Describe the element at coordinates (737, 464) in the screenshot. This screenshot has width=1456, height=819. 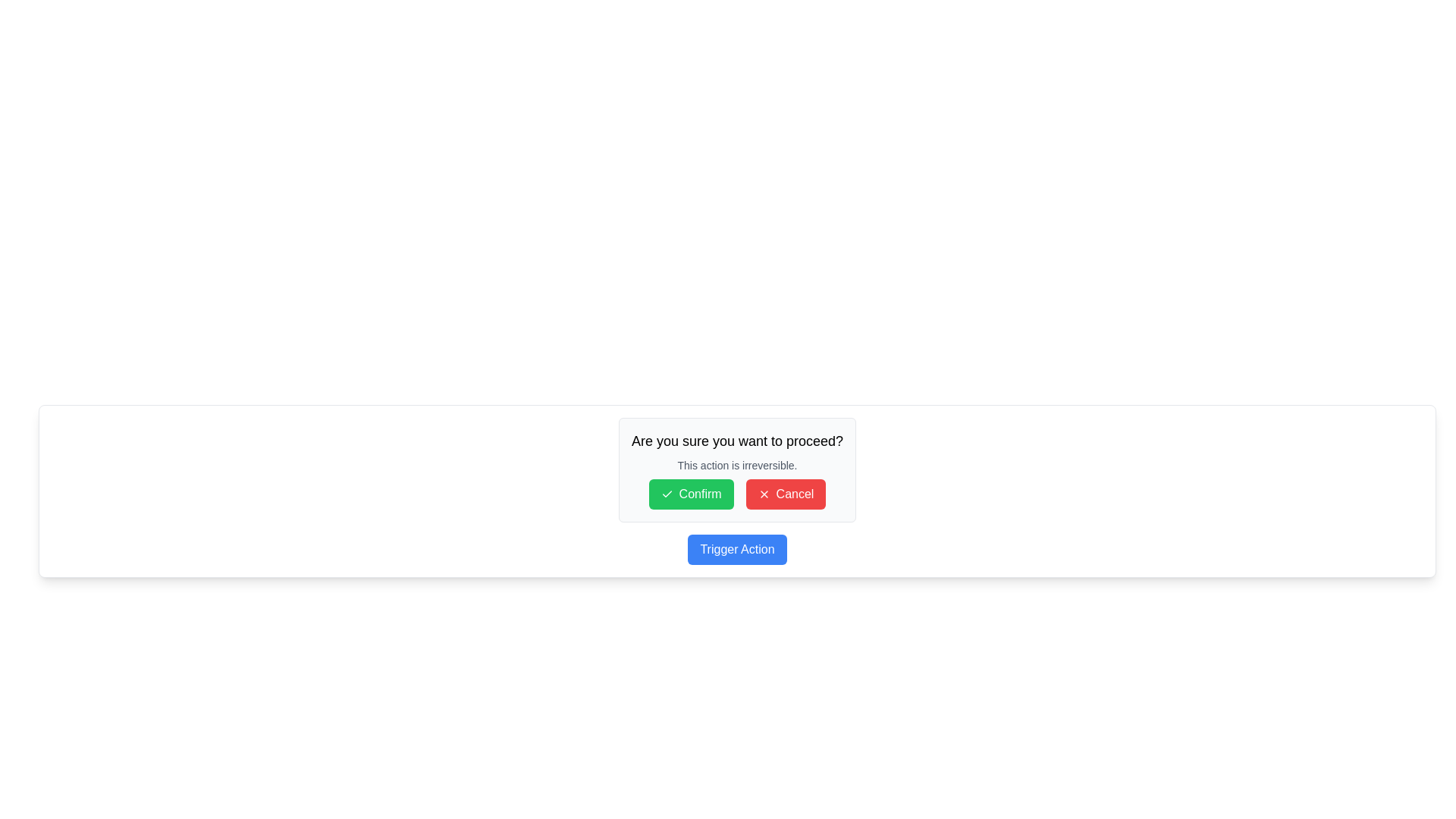
I see `the static text label that reads 'This action is irreversible.' positioned in the confirmation modal dialog, located beneath the header text 'Are you sure you want to proceed?'` at that location.